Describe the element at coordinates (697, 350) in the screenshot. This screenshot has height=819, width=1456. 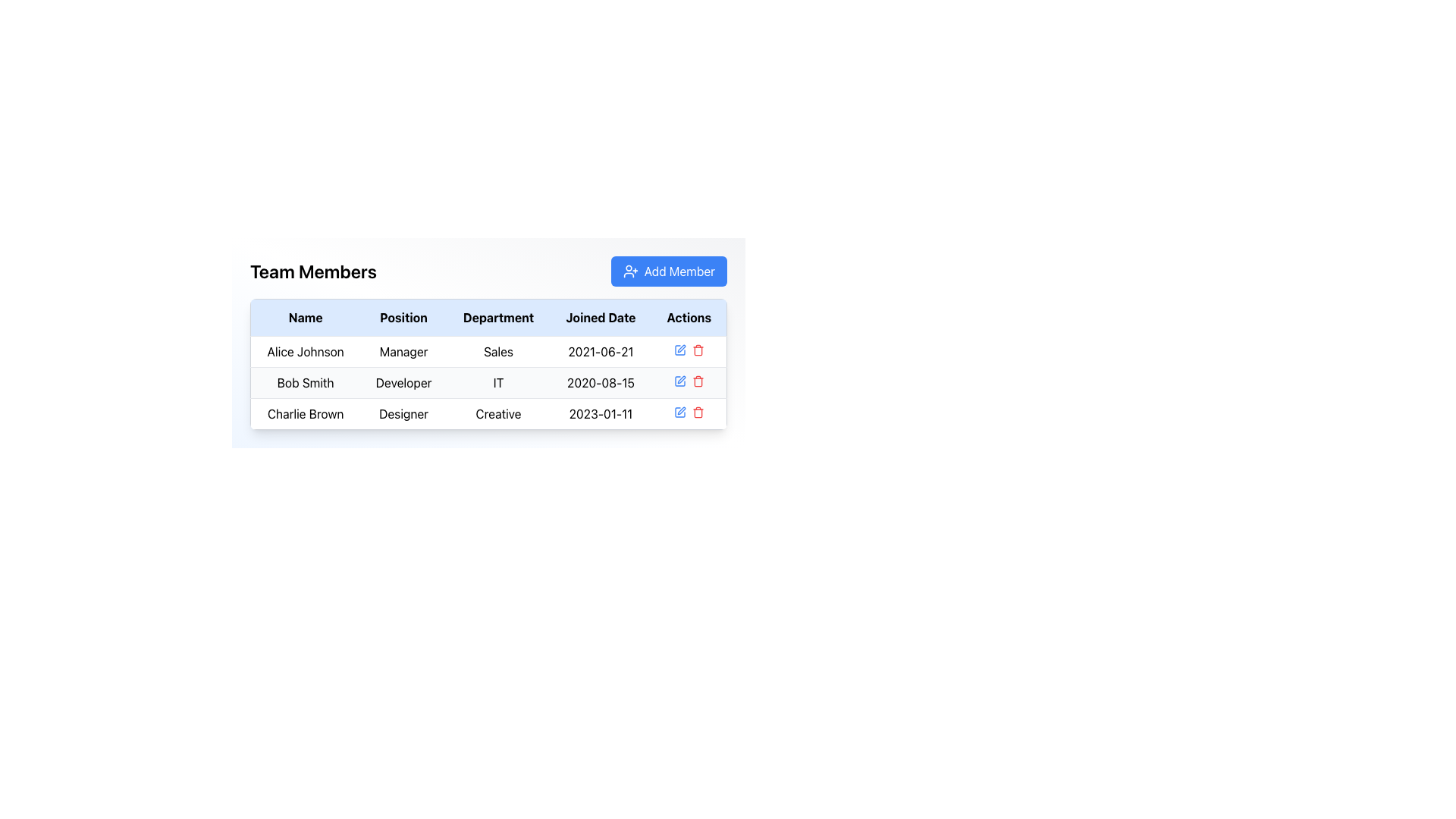
I see `the delete button located in the 'Actions' column, which is the rightmost icon in the row for 'Alice Johnson, Manager, Sales, 2021-06-21'` at that location.